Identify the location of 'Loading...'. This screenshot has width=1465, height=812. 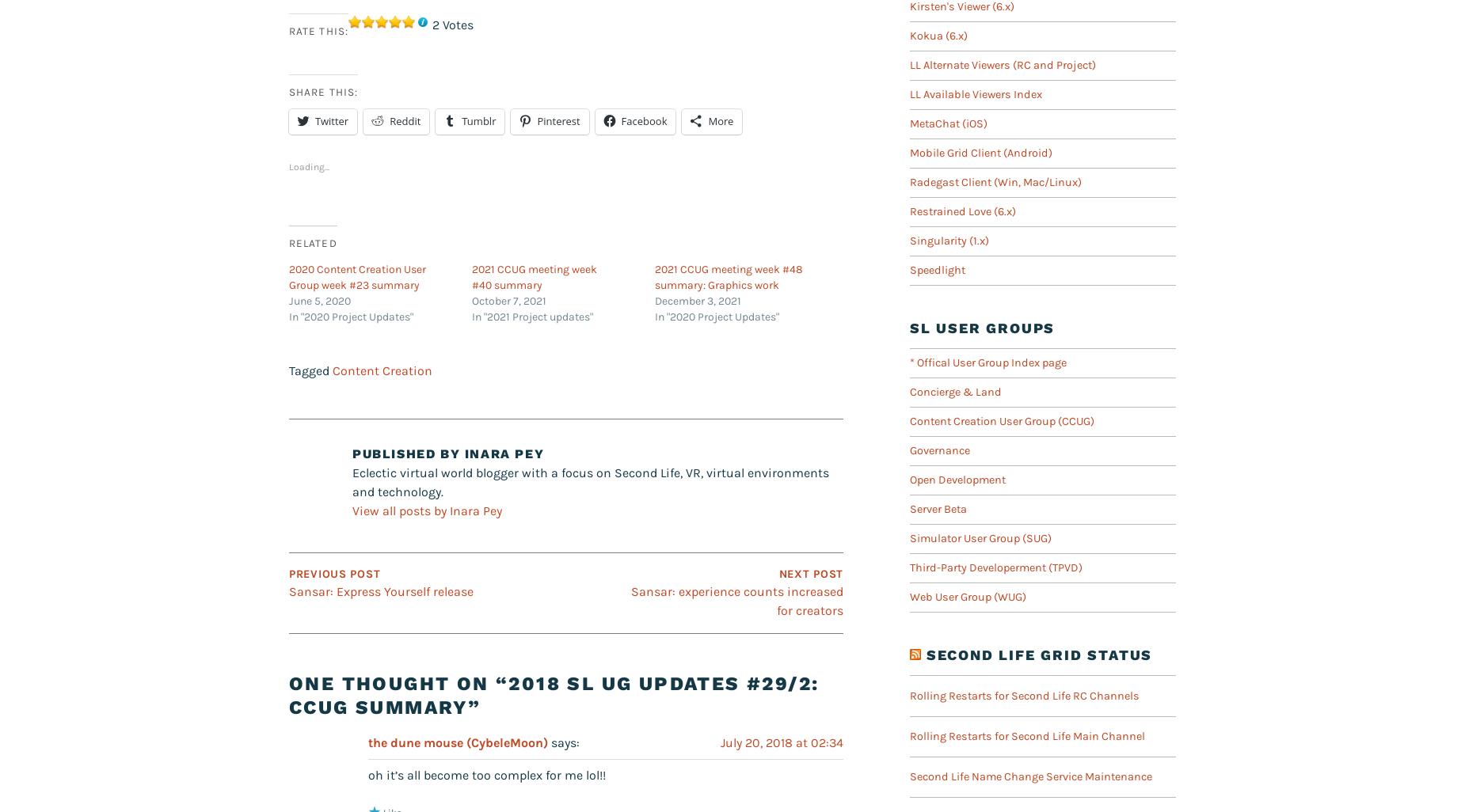
(308, 167).